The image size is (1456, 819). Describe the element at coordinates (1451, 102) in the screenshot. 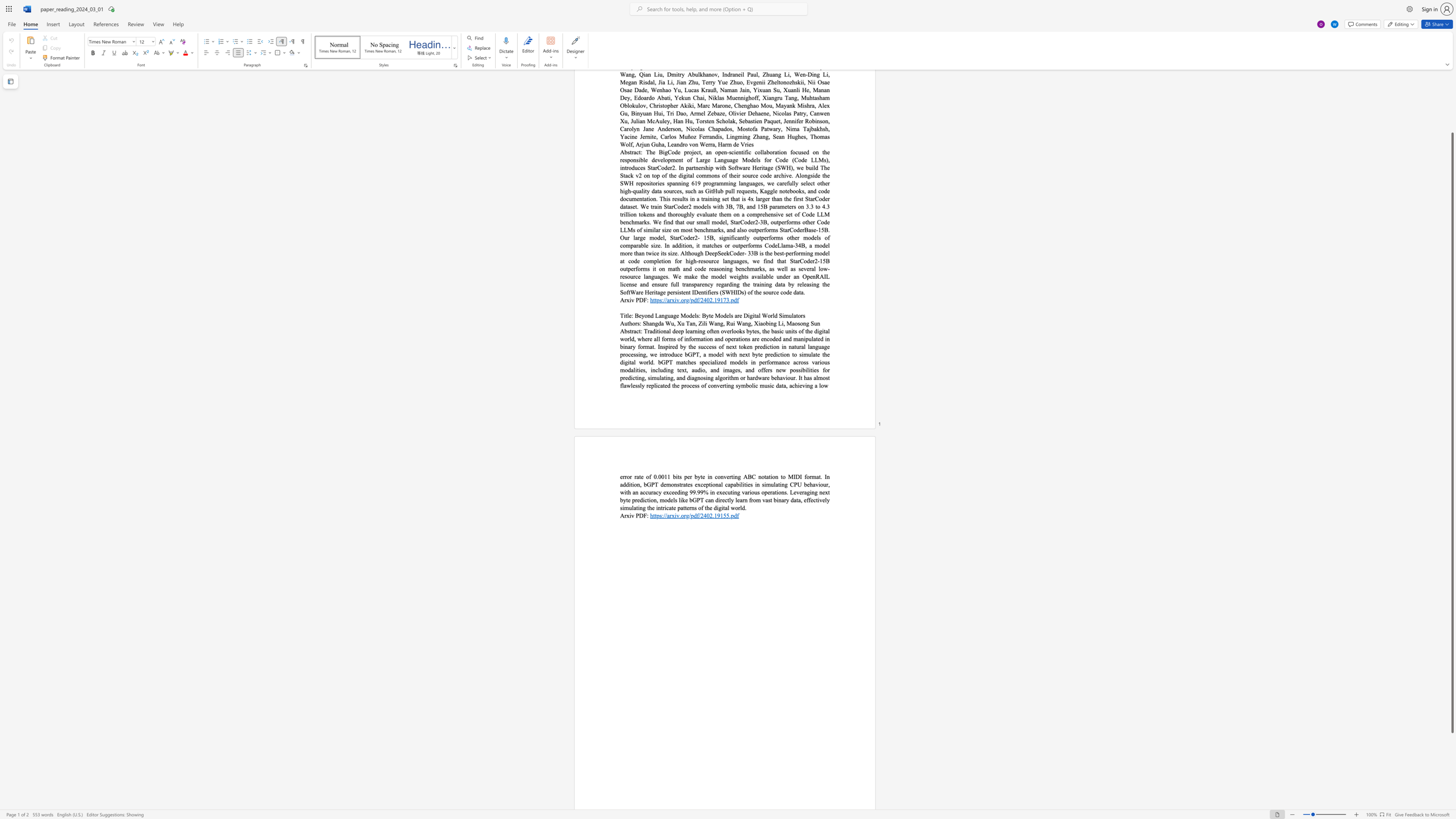

I see `the scrollbar to slide the page up` at that location.